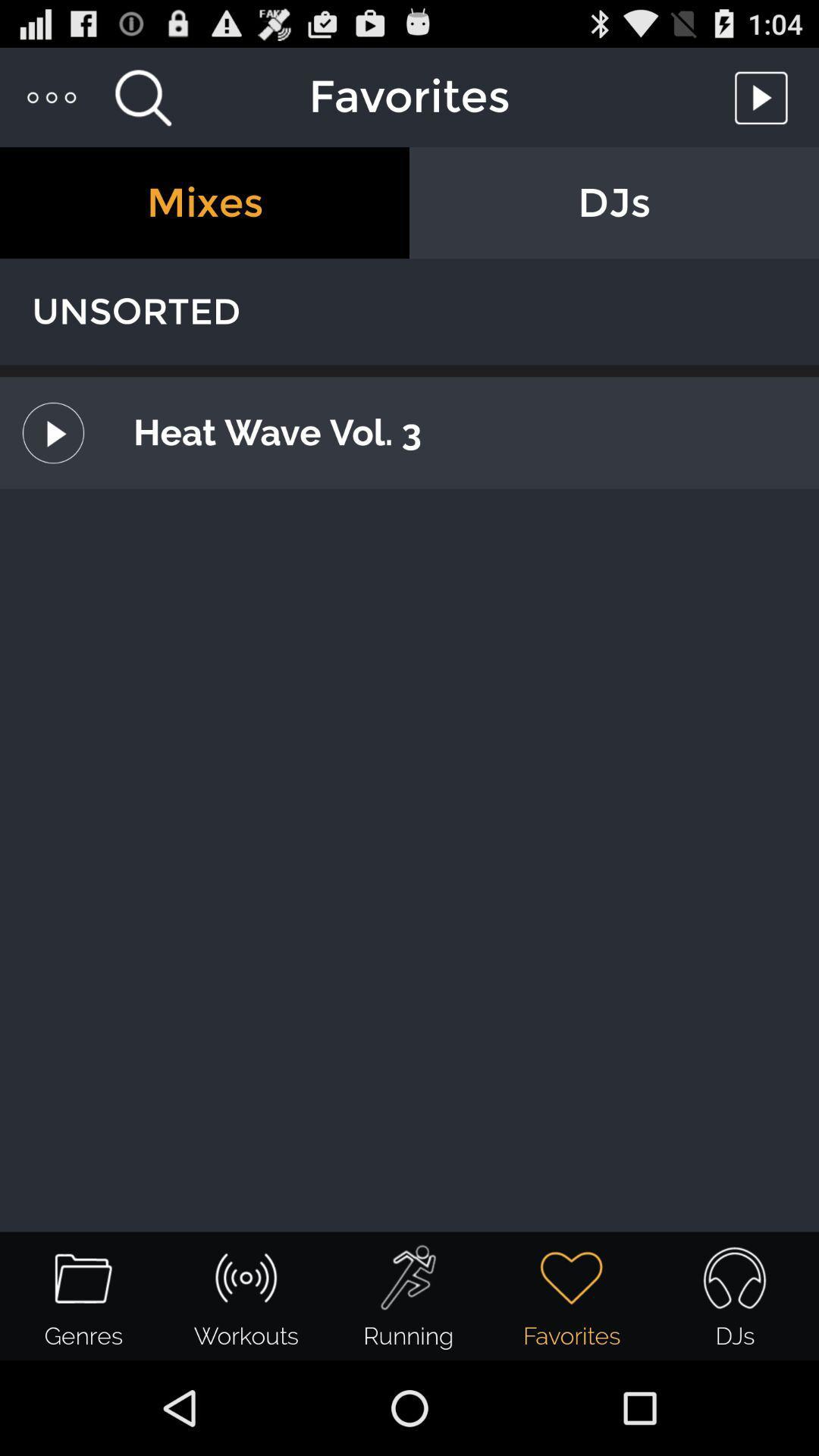 This screenshot has height=1456, width=819. Describe the element at coordinates (143, 96) in the screenshot. I see `the icon above mixes` at that location.